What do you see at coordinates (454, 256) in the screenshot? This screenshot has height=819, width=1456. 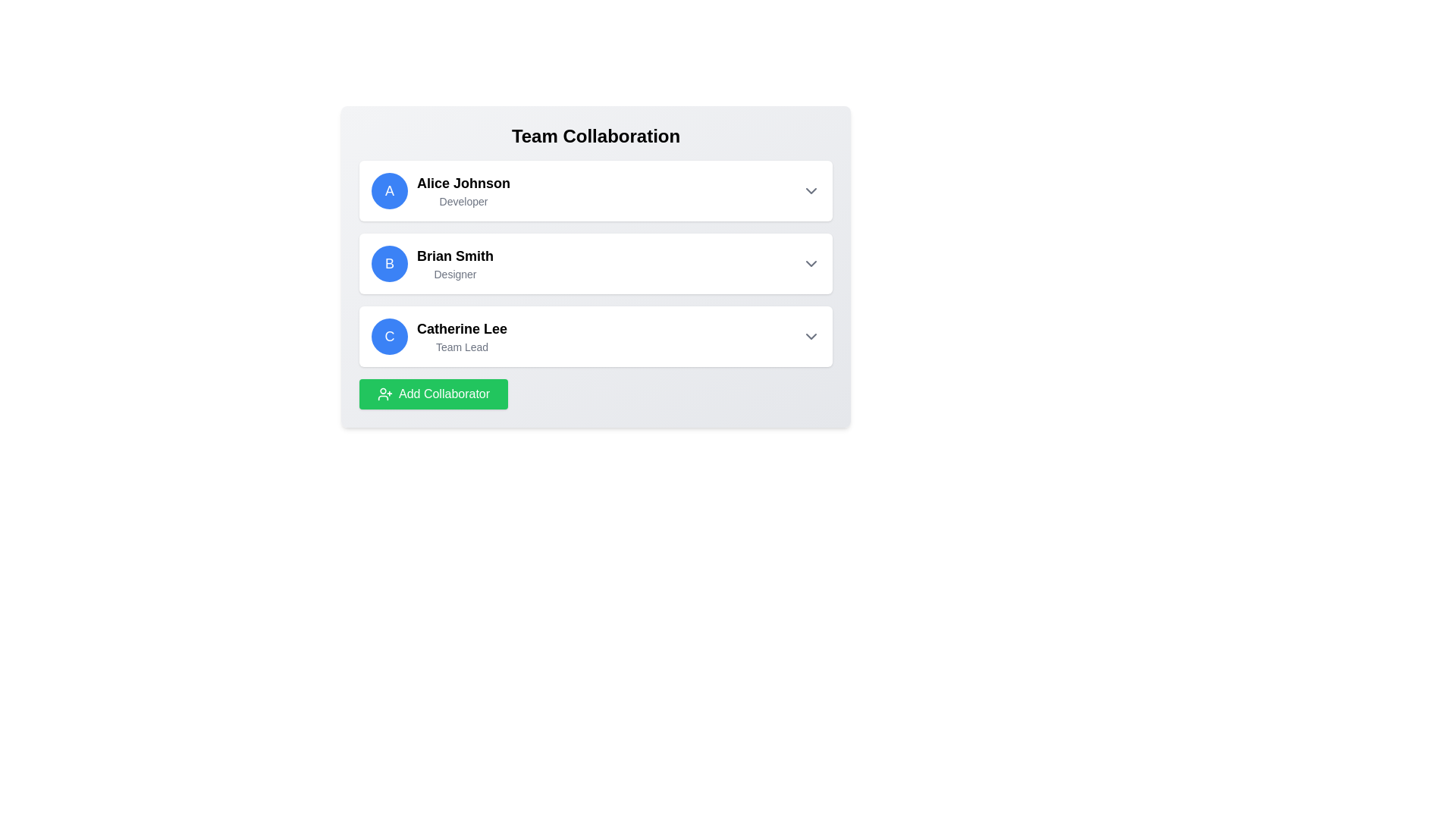 I see `text label displaying 'Brian Smith' in bold, which is located centrally in the second row of the list, below 'Alice Johnson' and above 'Catherine Lee', and to the right of a circular blue icon with the letter 'B'` at bounding box center [454, 256].